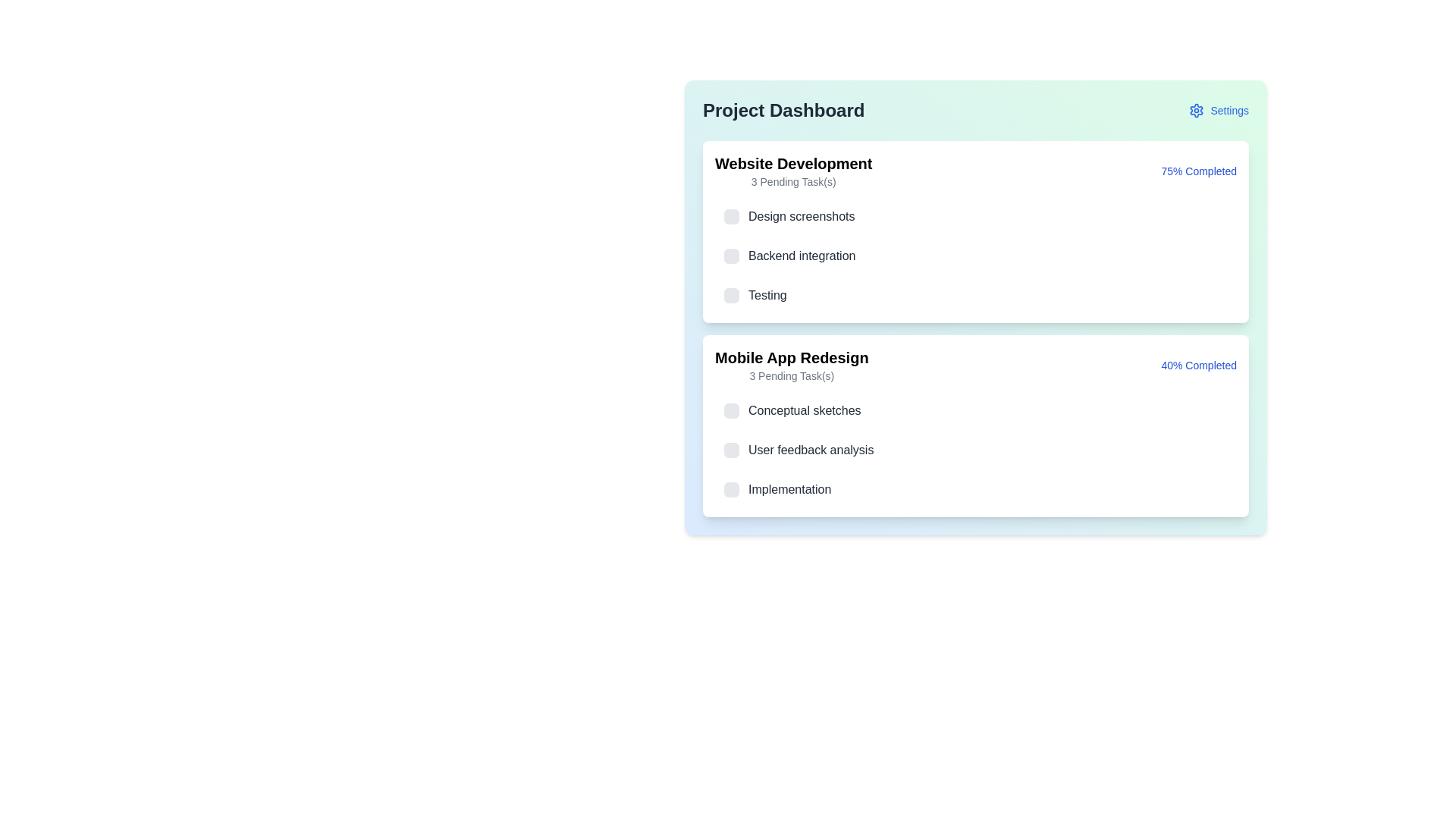 This screenshot has height=819, width=1456. Describe the element at coordinates (1196, 110) in the screenshot. I see `the gear-shaped icon located on the top-right corner of the interface` at that location.